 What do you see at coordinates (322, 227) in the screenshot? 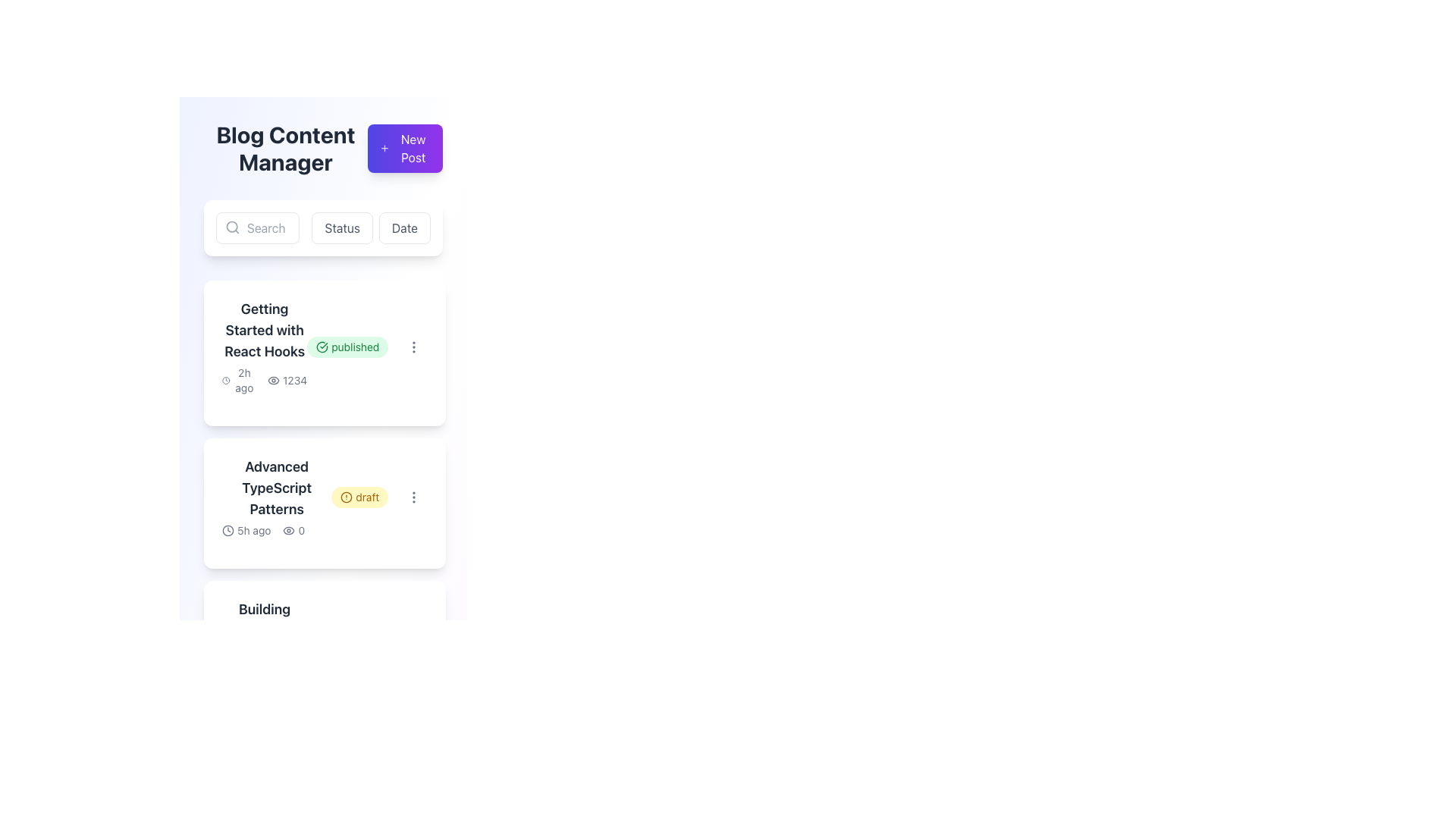
I see `the 'Status' button, which is the second button in a series of three, featuring a white background and gray text, located under the 'Blog Content Manager' heading` at bounding box center [322, 227].